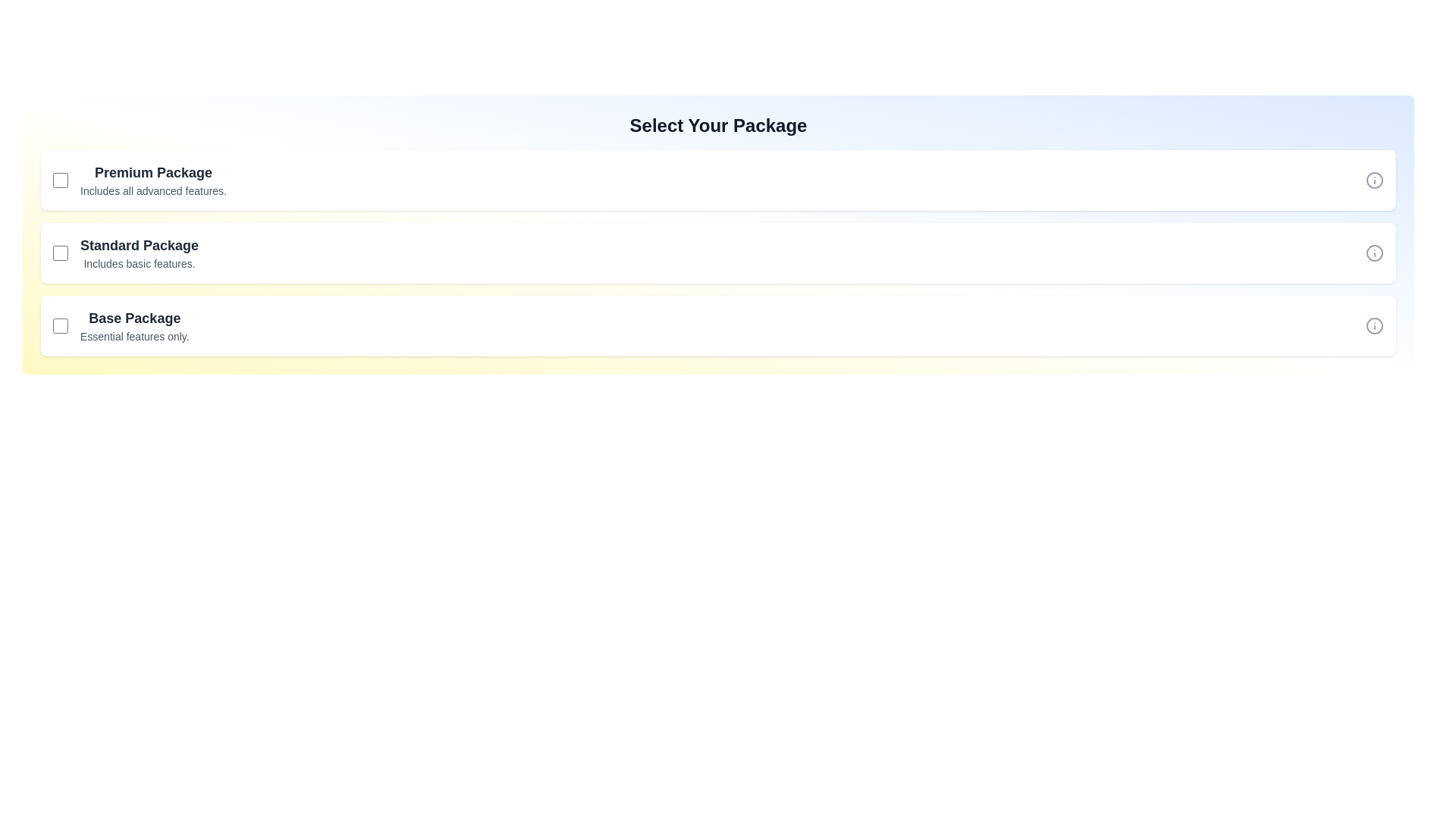 This screenshot has width=1456, height=819. Describe the element at coordinates (1375, 325) in the screenshot. I see `information icon for Base Package` at that location.